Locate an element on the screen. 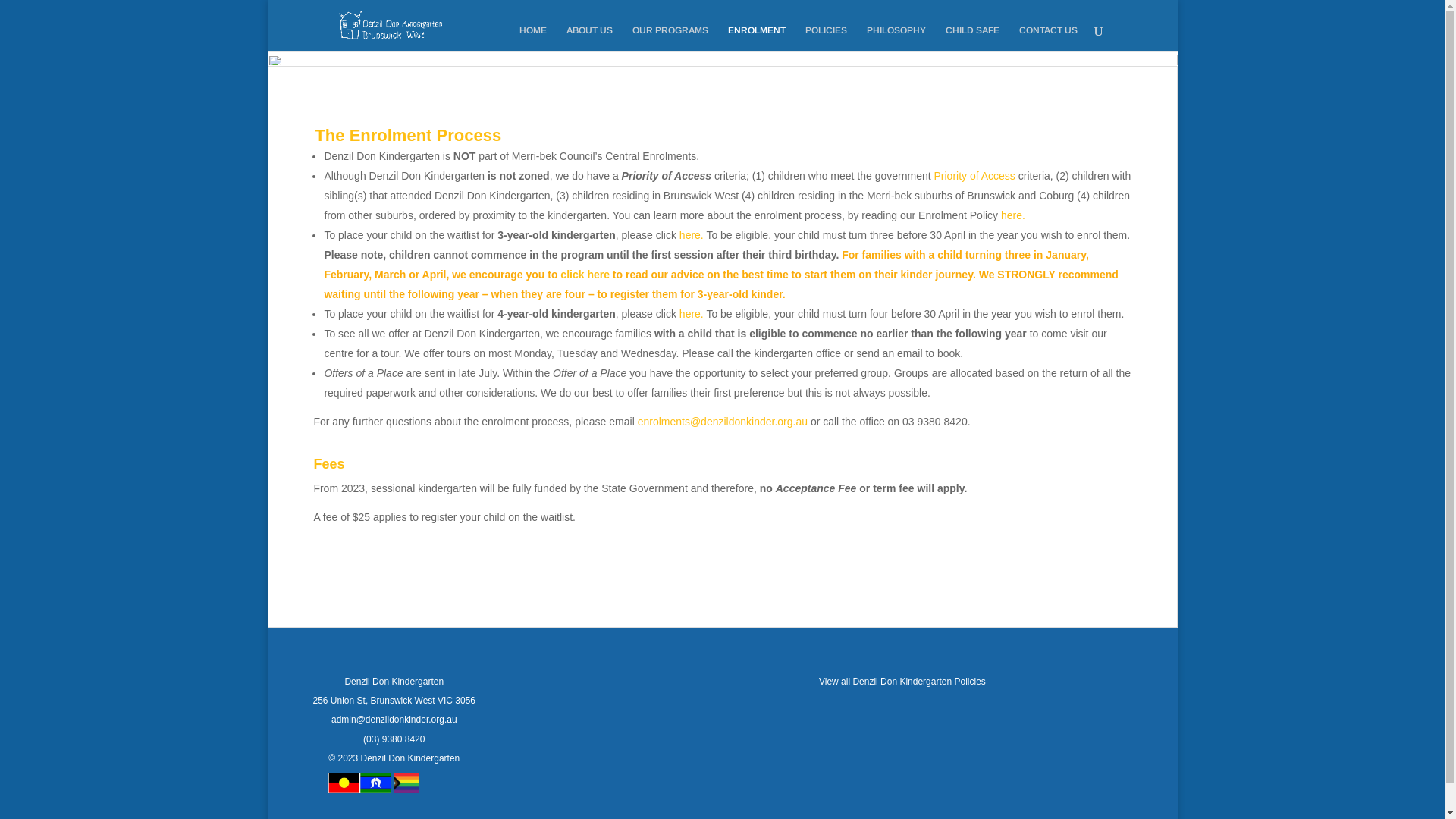 This screenshot has width=1456, height=819. 'OUR PROGRAMS' is located at coordinates (669, 37).